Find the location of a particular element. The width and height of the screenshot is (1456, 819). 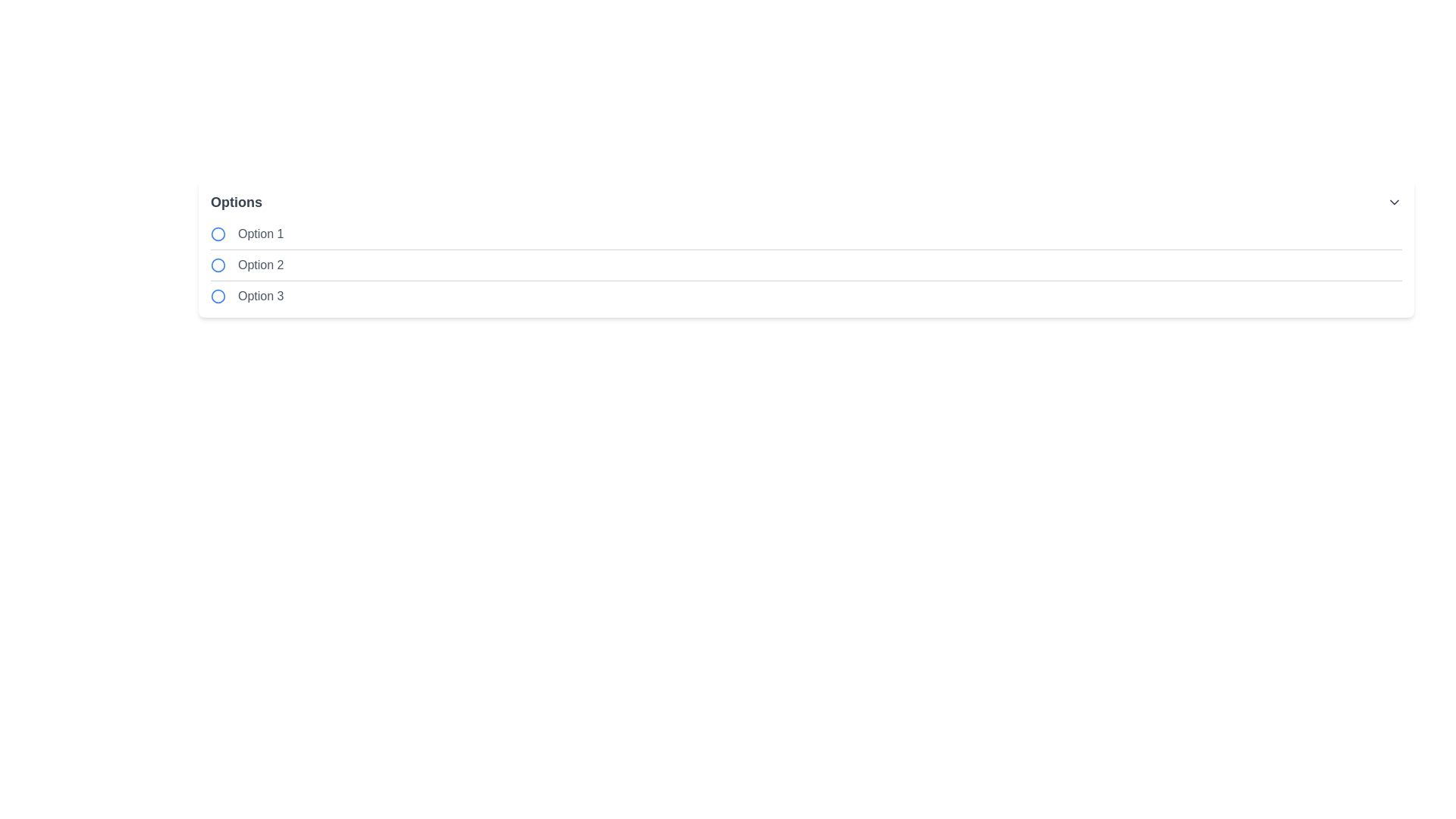

the circular radio button indicator with a blue outline next to the text label 'Option 2' is located at coordinates (218, 265).